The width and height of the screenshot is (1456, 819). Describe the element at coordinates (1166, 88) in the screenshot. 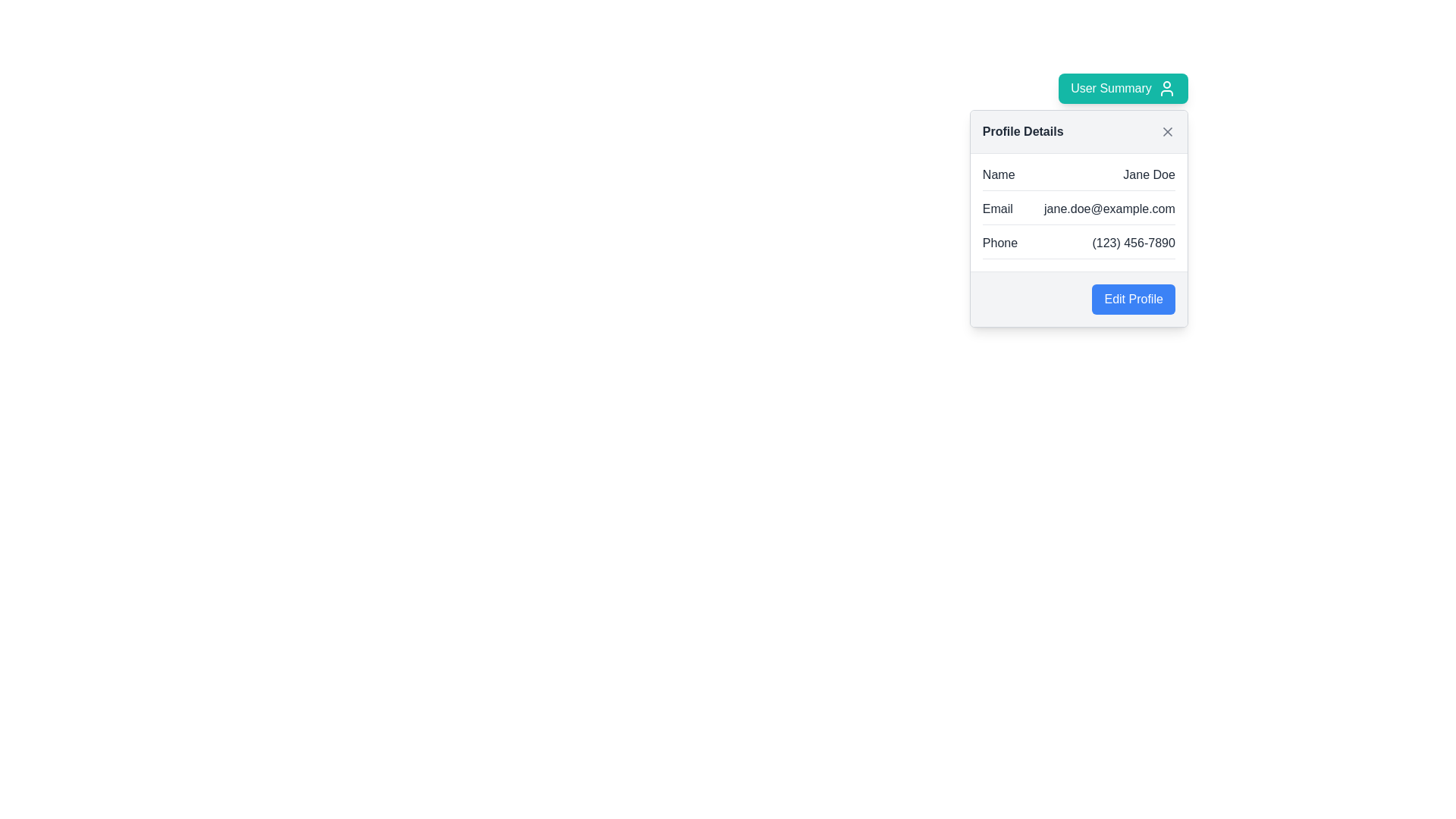

I see `the user silhouette icon located at the right end of the 'User Summary' button, which is styled with rounded lines against a teal background` at that location.